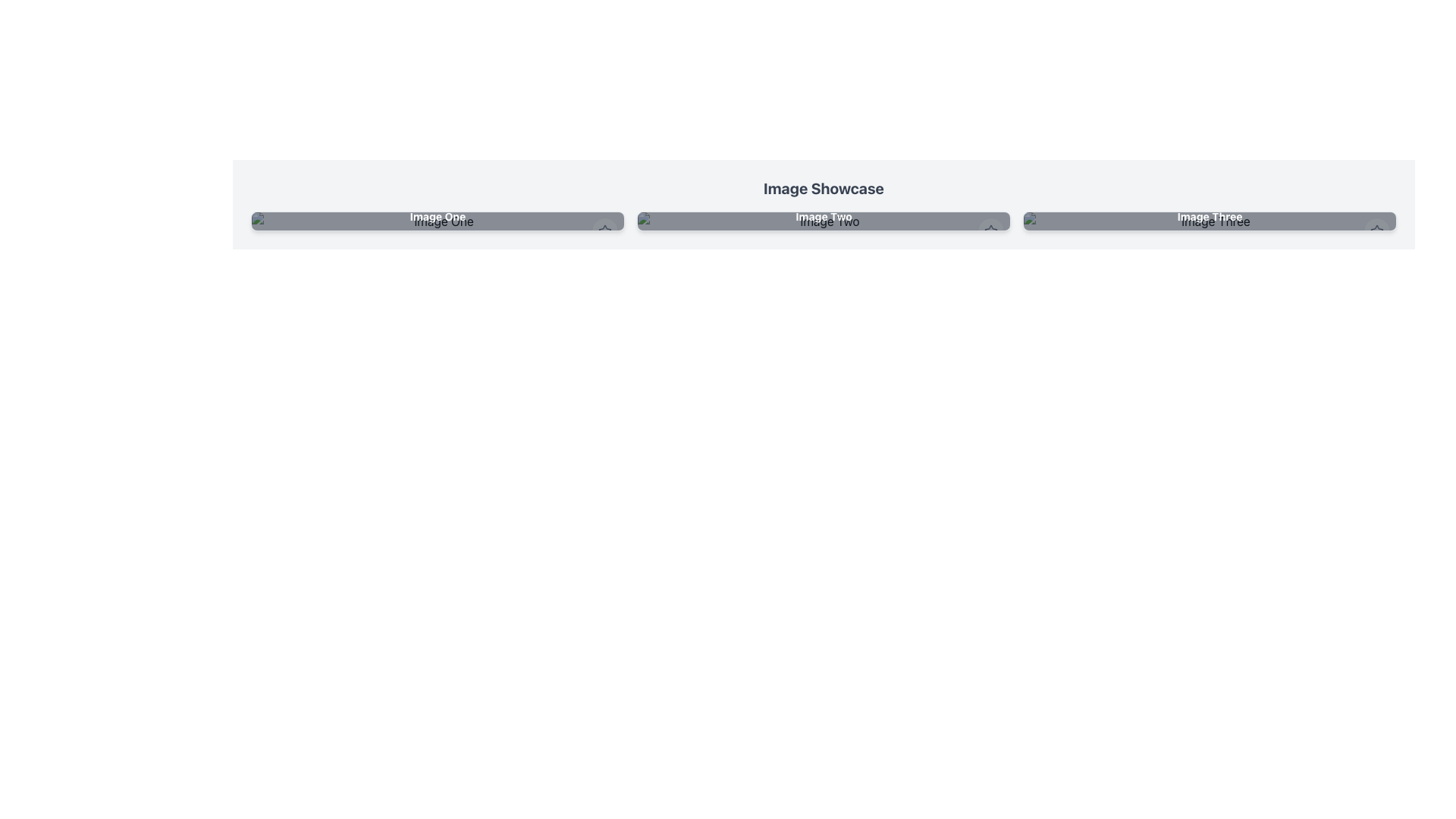 The height and width of the screenshot is (819, 1456). I want to click on the star icon located in the upper-right corner of the 'Image One' component to mark or rate the associated item, so click(604, 231).